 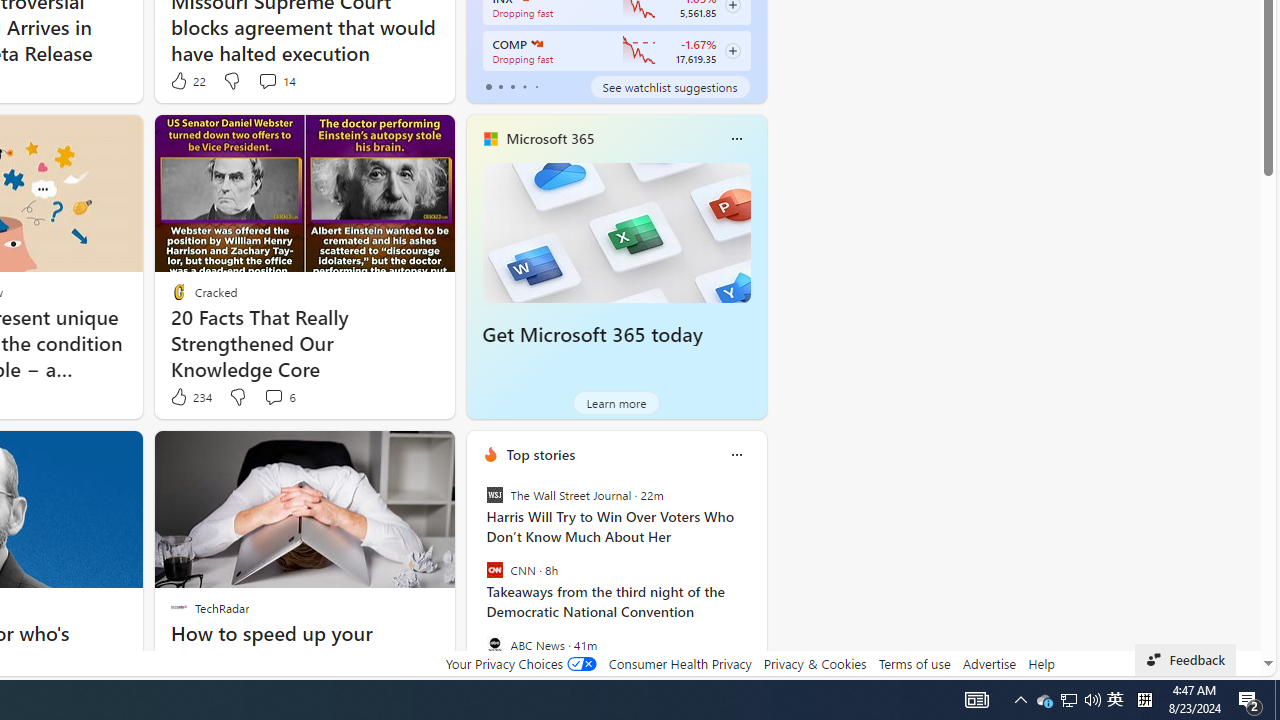 What do you see at coordinates (540, 454) in the screenshot?
I see `'Top stories'` at bounding box center [540, 454].